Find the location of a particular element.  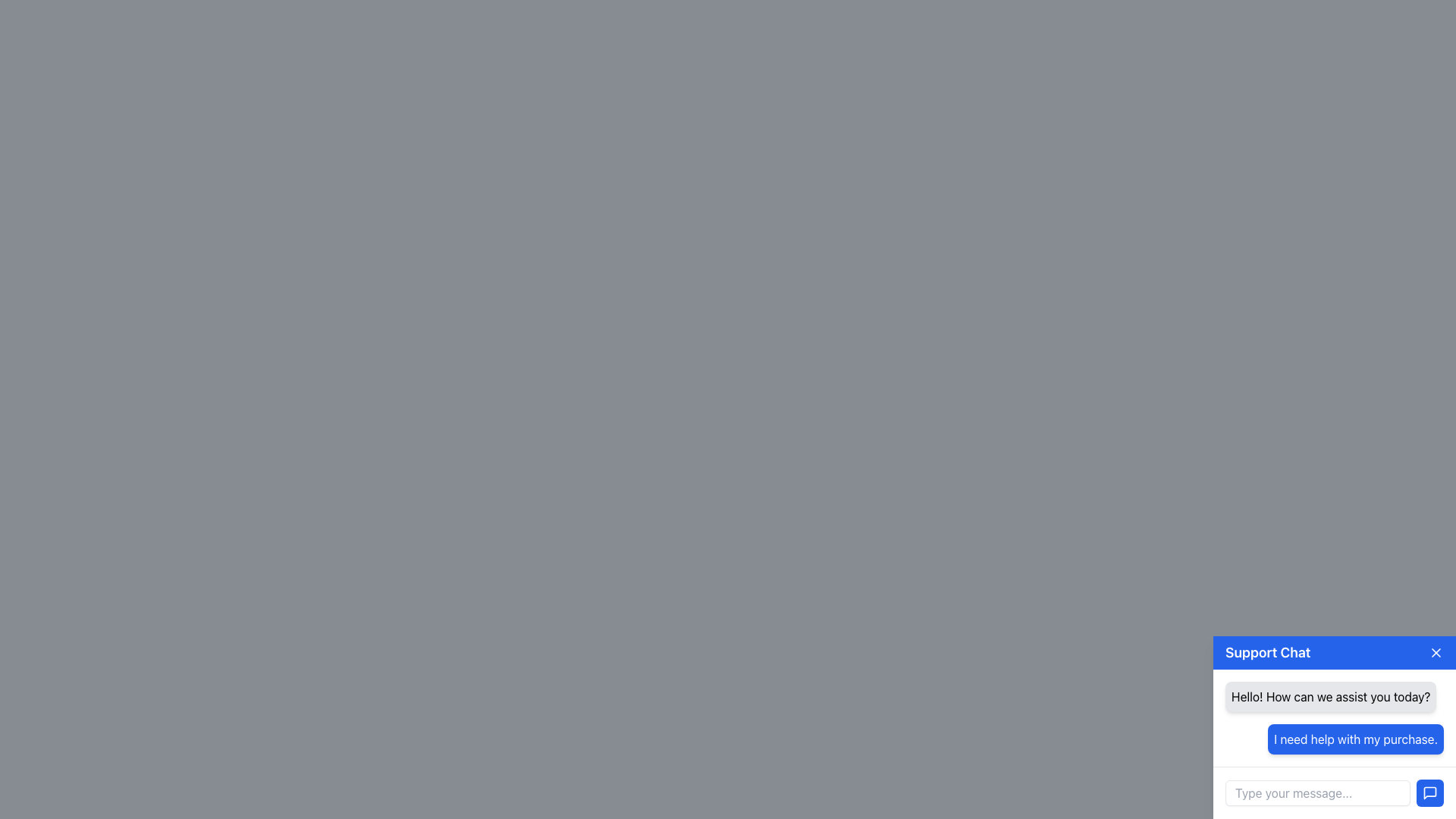

the messaging icon located at the bottom right of the support chat interface to interact with messaging activities is located at coordinates (1429, 792).